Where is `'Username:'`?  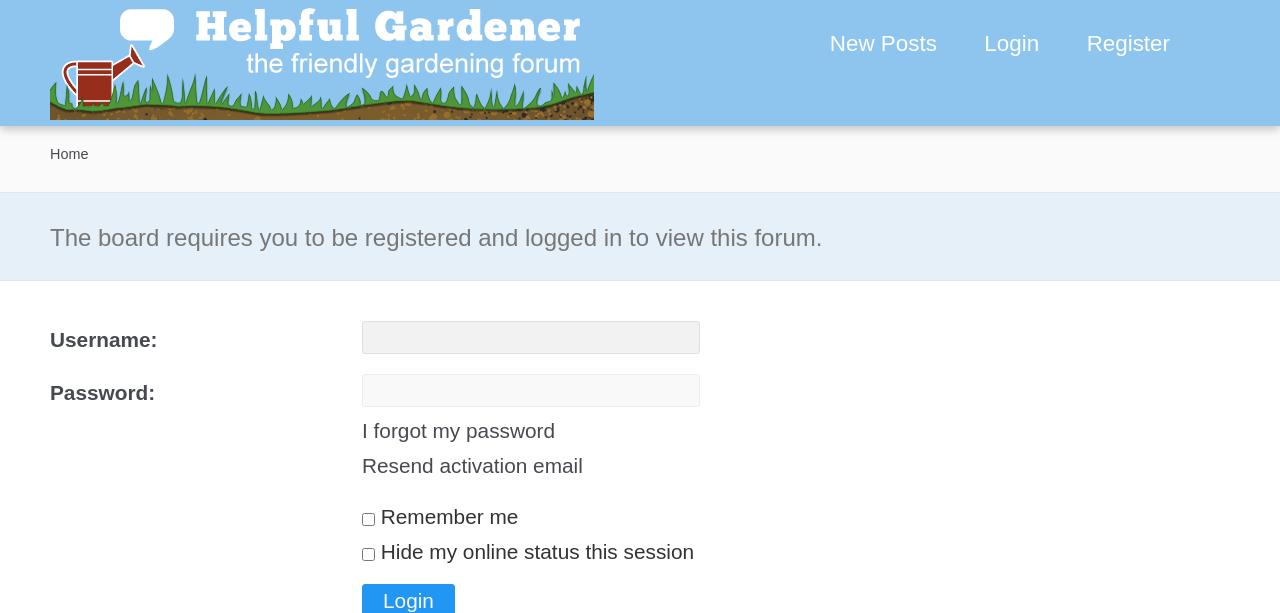
'Username:' is located at coordinates (50, 337).